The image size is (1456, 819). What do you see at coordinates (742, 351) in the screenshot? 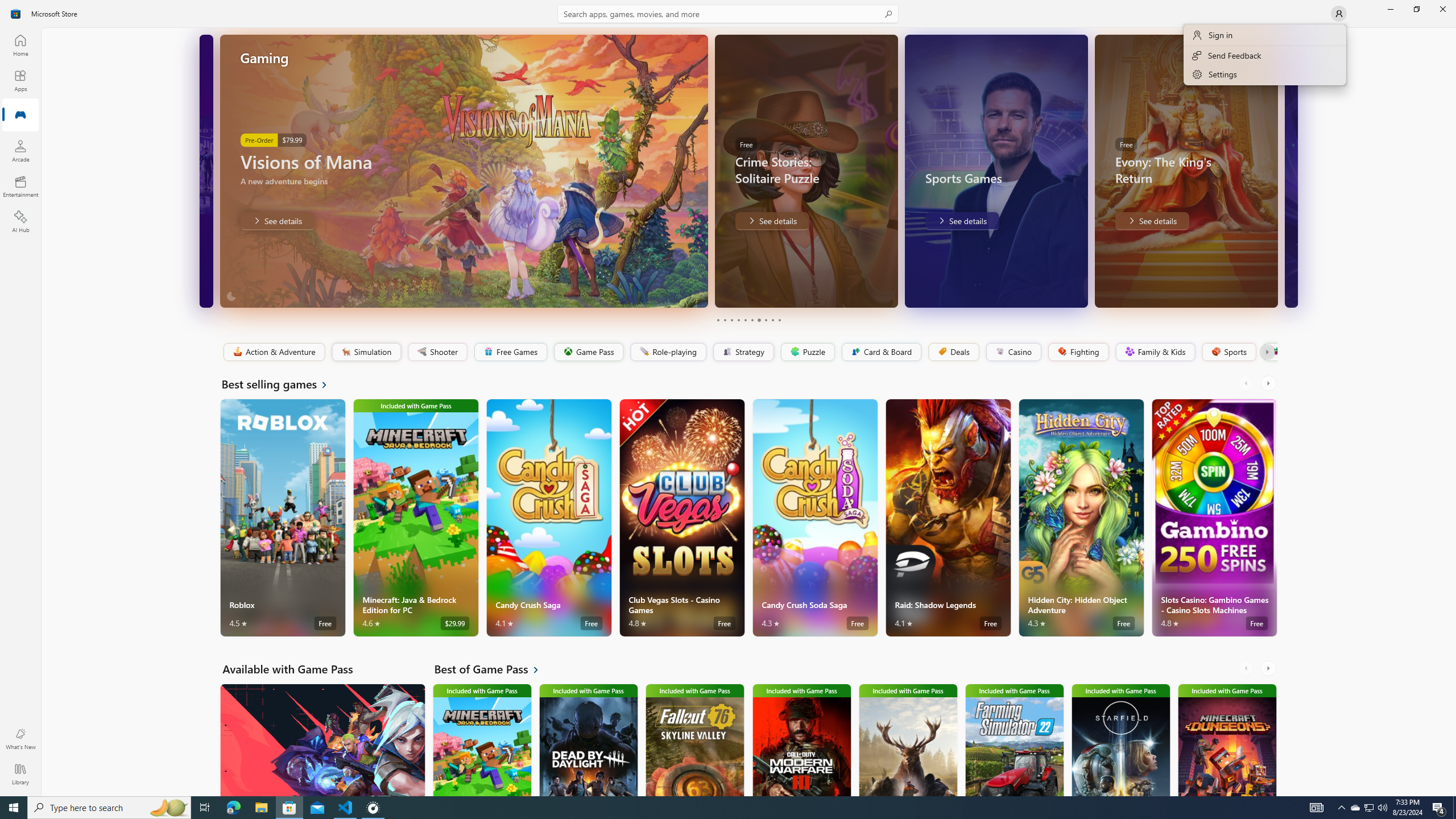
I see `'Strategy'` at bounding box center [742, 351].